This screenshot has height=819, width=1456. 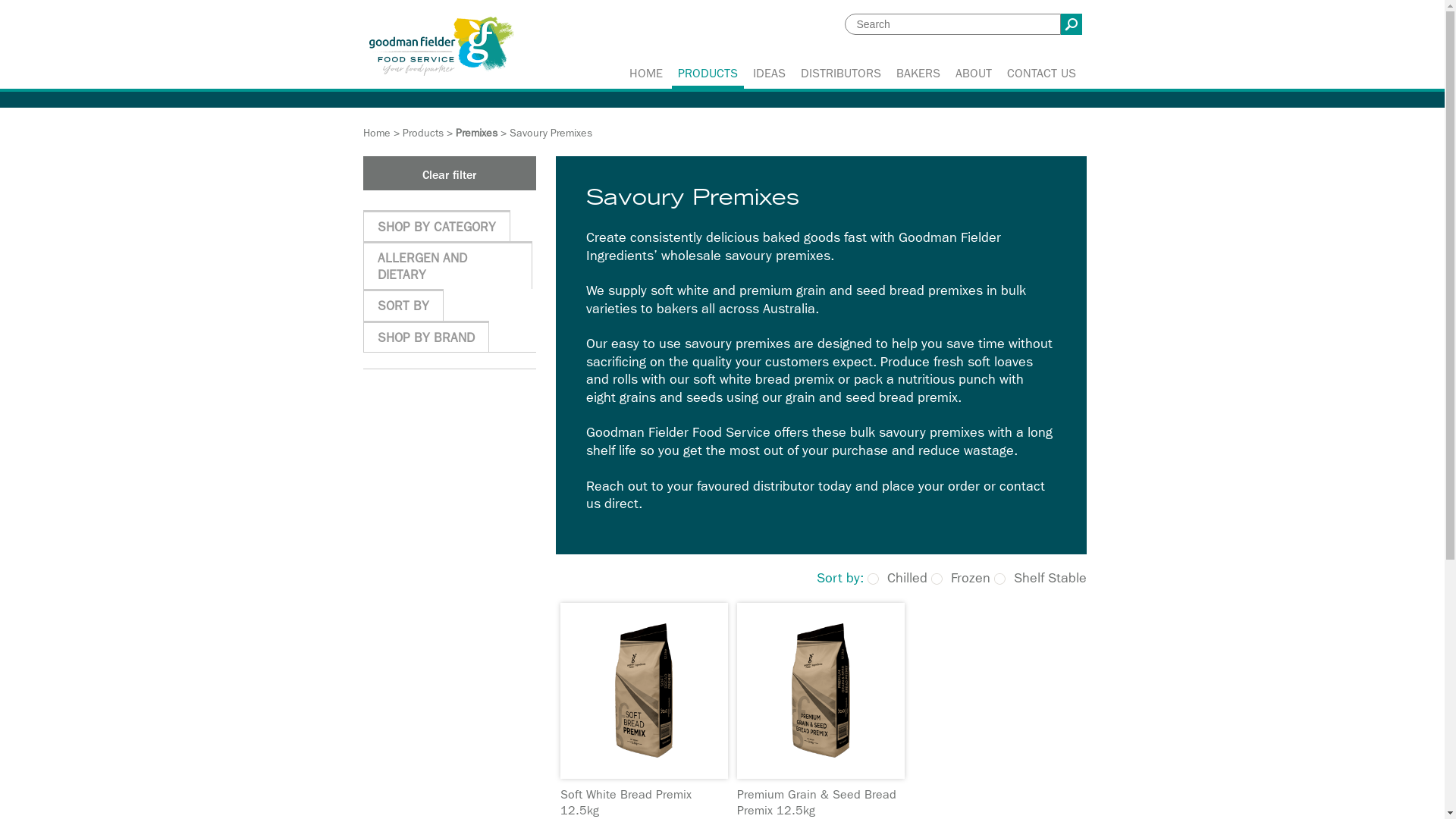 What do you see at coordinates (559, 690) in the screenshot?
I see `'Go to Soft White Bread Premix 12.5kg product page'` at bounding box center [559, 690].